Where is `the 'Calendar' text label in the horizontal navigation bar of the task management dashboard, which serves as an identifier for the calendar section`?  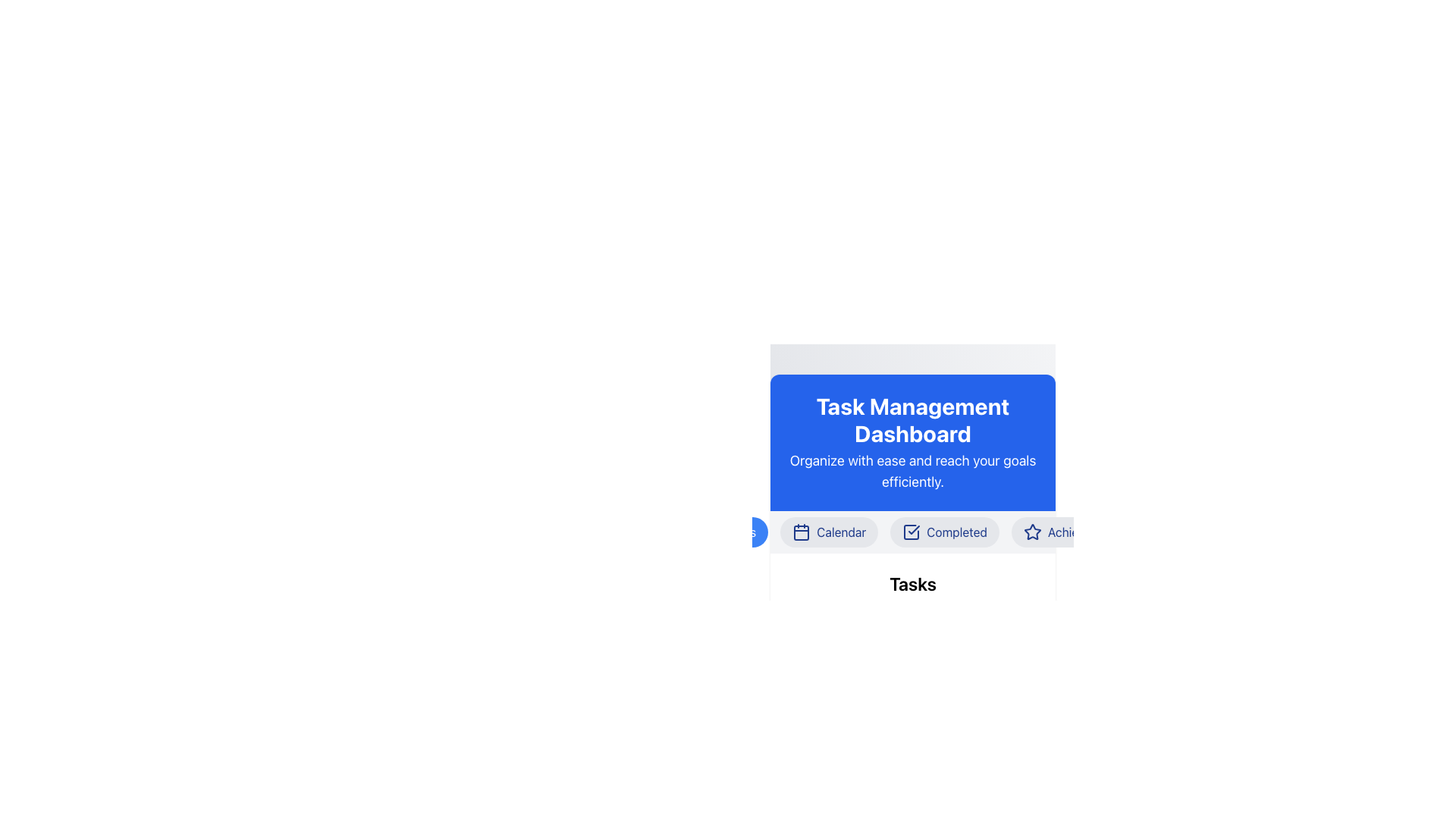
the 'Calendar' text label in the horizontal navigation bar of the task management dashboard, which serves as an identifier for the calendar section is located at coordinates (840, 532).